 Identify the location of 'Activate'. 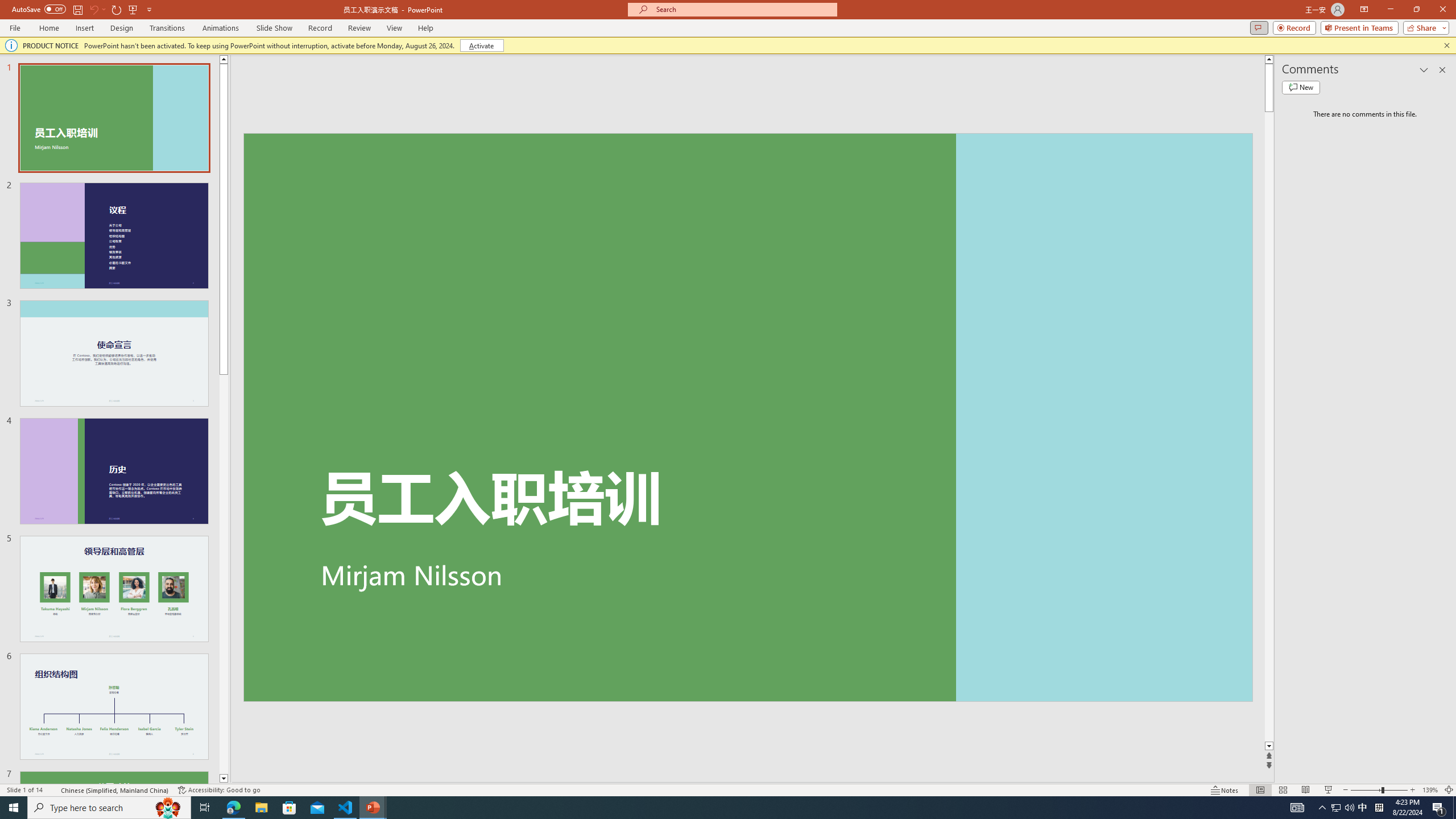
(482, 44).